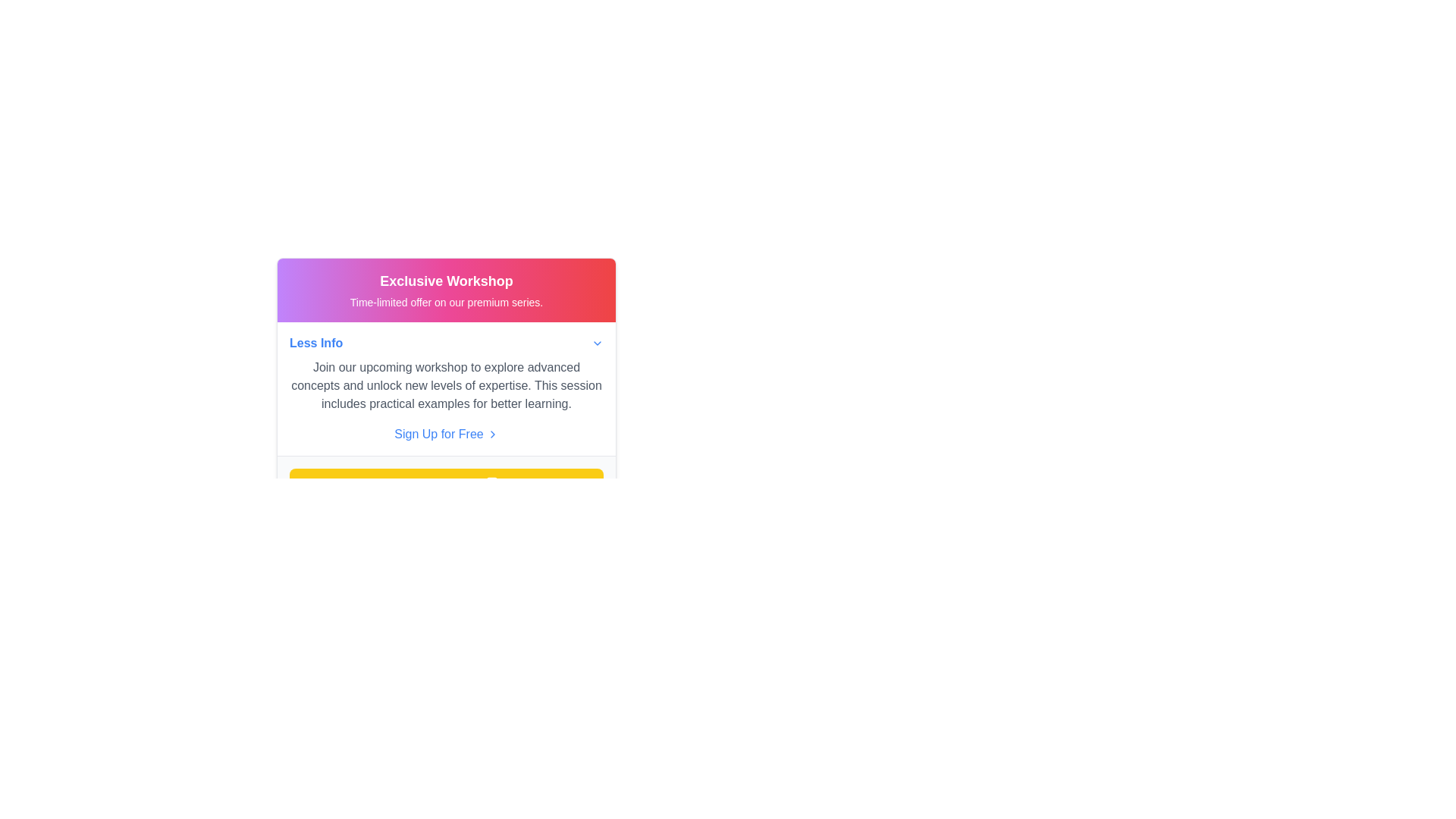 This screenshot has width=1456, height=819. I want to click on the toggle button that collapses or hides additional workshop information, so click(446, 343).